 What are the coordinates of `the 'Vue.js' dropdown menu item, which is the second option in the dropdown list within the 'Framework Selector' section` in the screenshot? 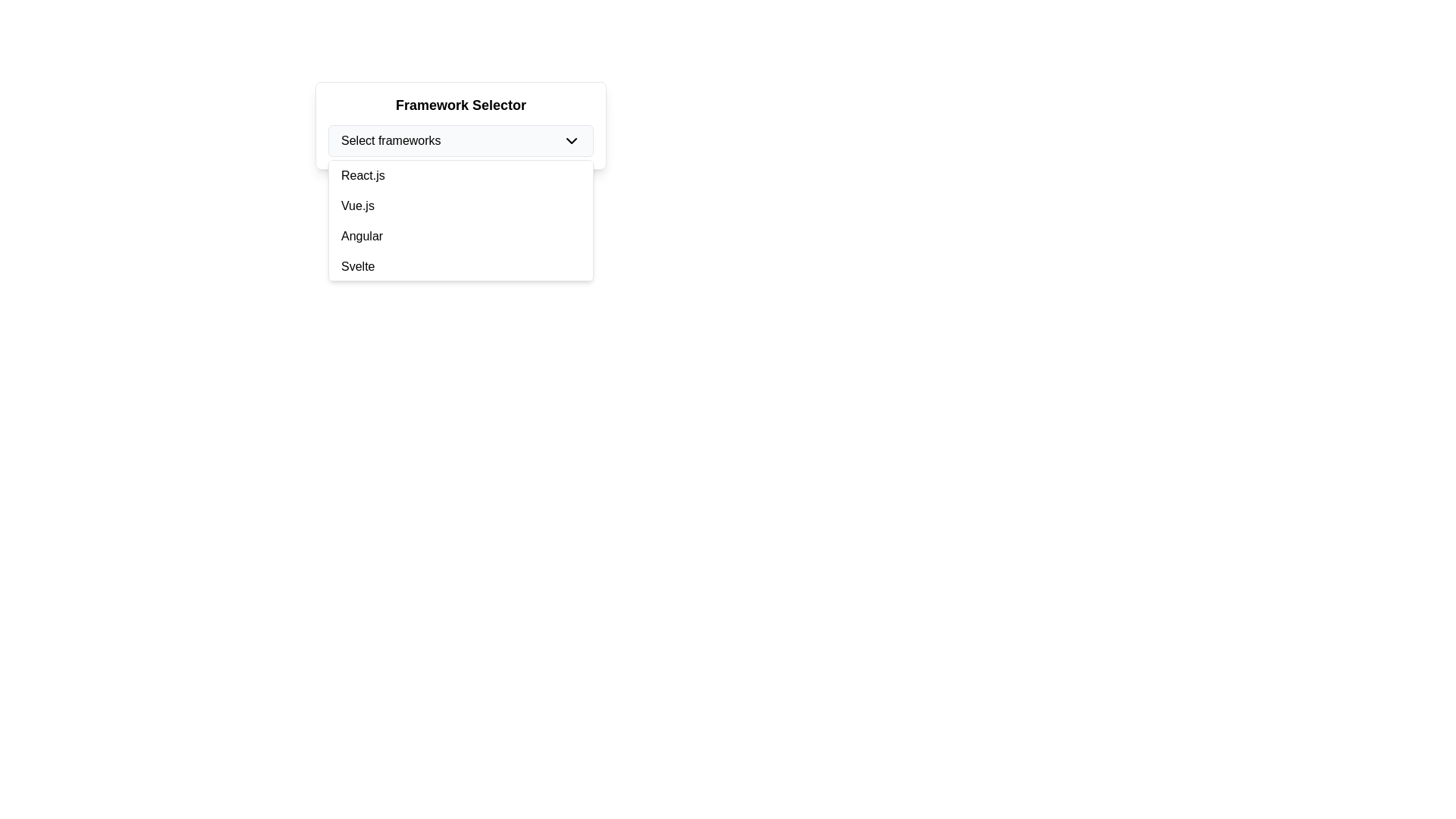 It's located at (460, 206).